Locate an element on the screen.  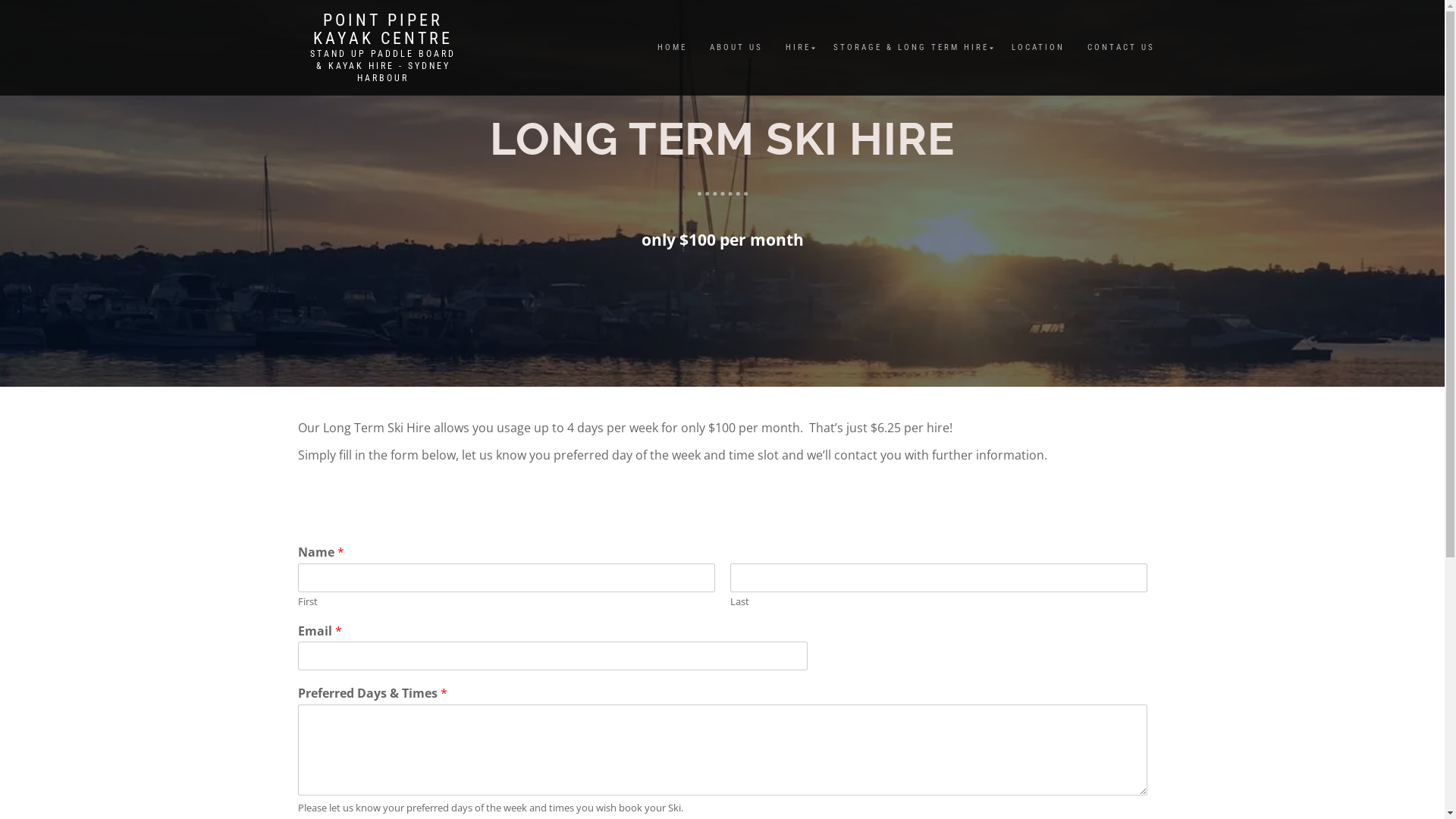
'STAND UP PADDLE BOARD & KAYAK HIRE - SYDNEY HARBOUR' is located at coordinates (382, 65).